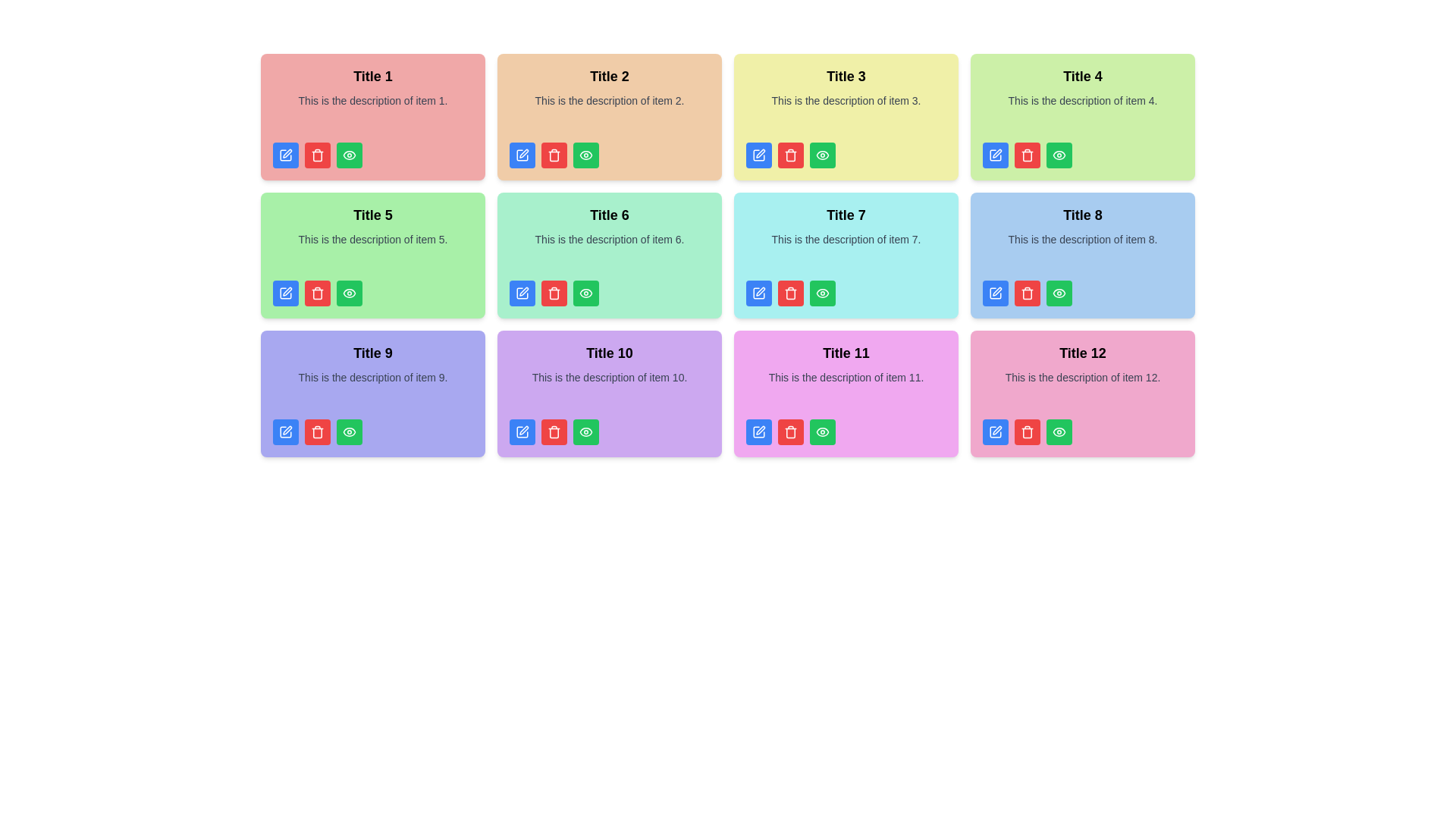 This screenshot has height=819, width=1456. I want to click on the visibility toggle icon, which is the third button in the action button group under the card labeled 'Title 7', so click(821, 293).